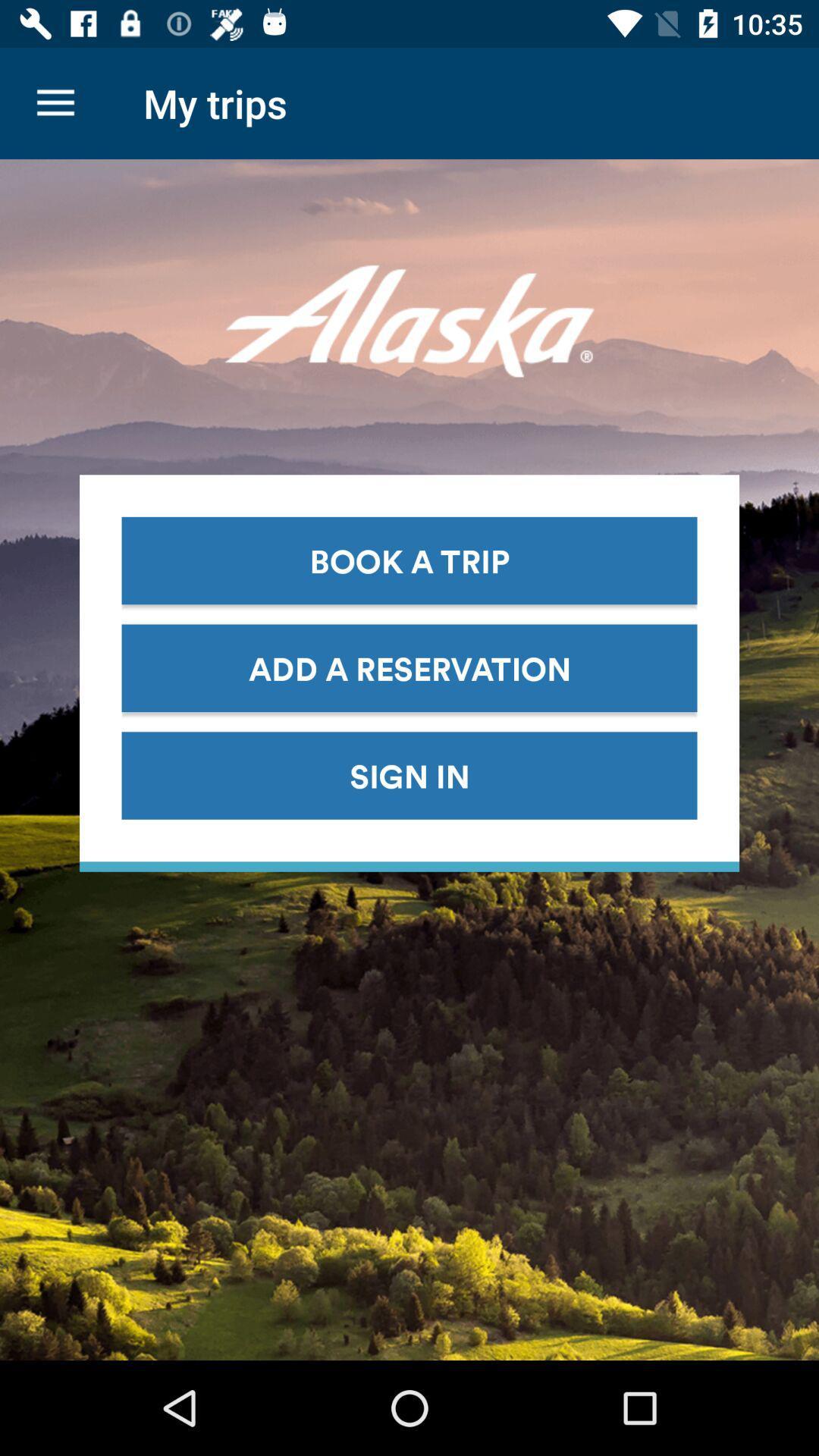  I want to click on book a trip, so click(409, 560).